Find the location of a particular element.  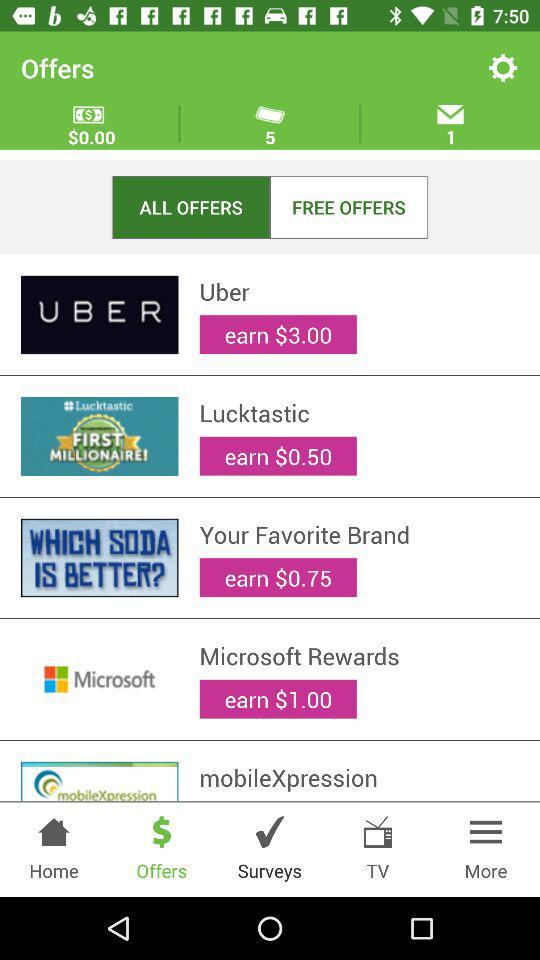

icon below earn $0.50 icon is located at coordinates (358, 533).